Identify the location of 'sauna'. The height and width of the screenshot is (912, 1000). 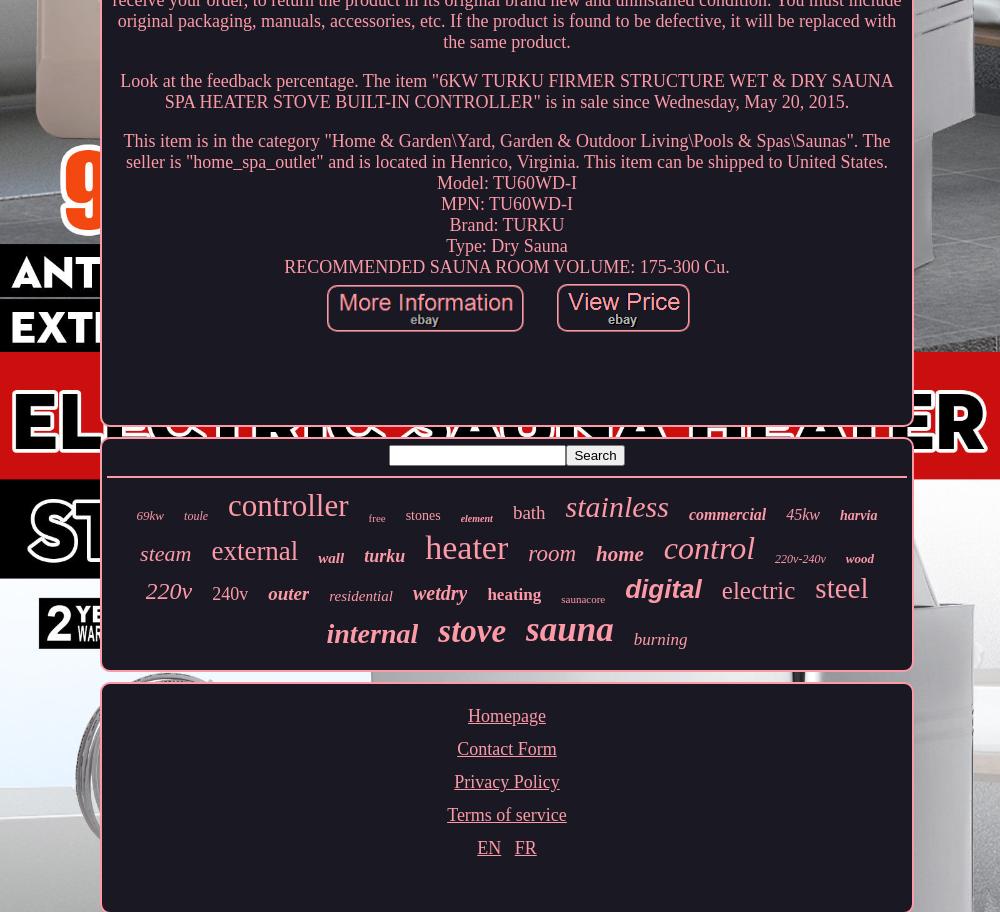
(526, 628).